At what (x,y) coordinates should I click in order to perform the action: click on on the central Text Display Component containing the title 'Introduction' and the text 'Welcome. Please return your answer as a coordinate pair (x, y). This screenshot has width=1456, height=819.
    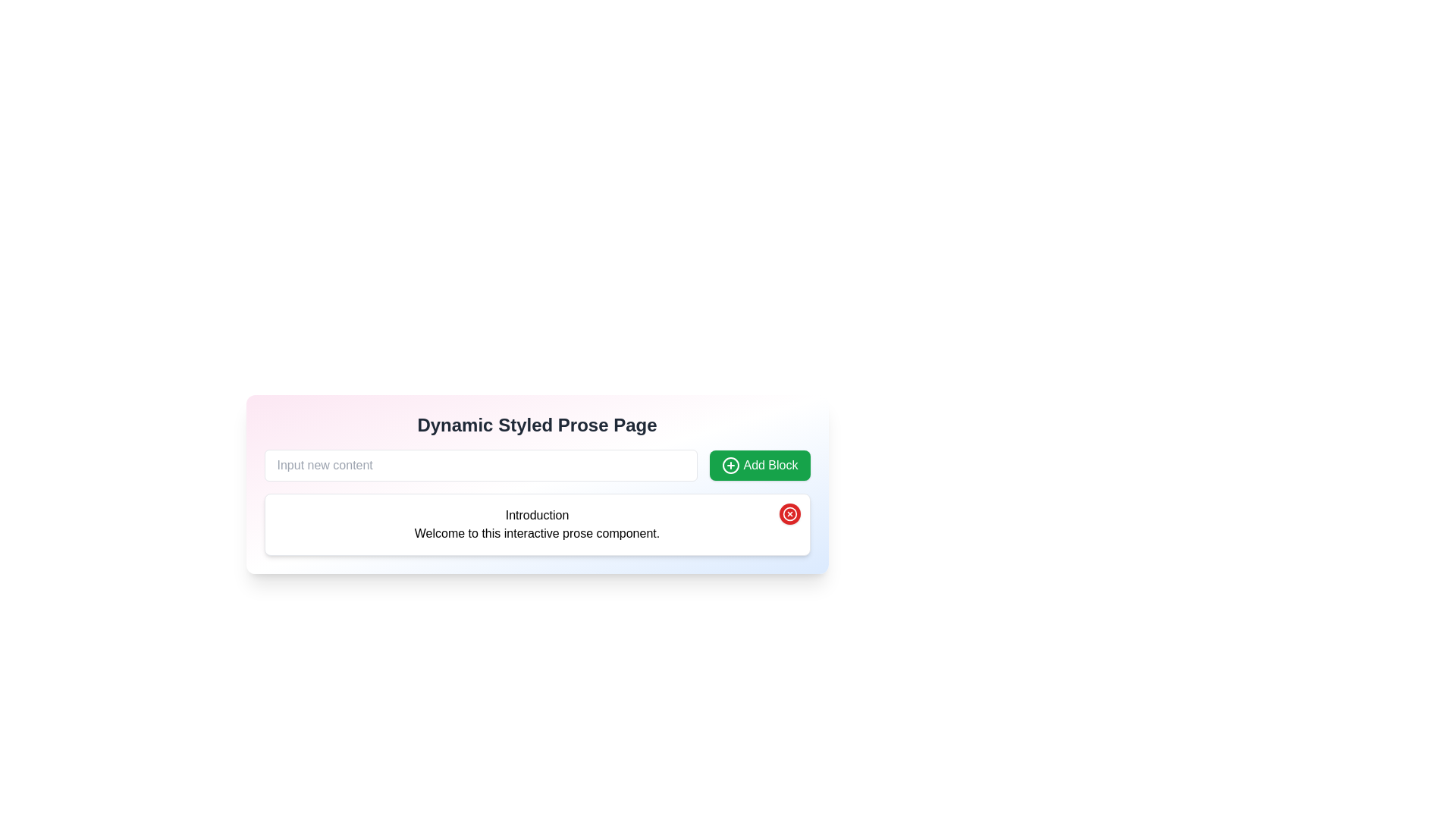
    Looking at the image, I should click on (537, 523).